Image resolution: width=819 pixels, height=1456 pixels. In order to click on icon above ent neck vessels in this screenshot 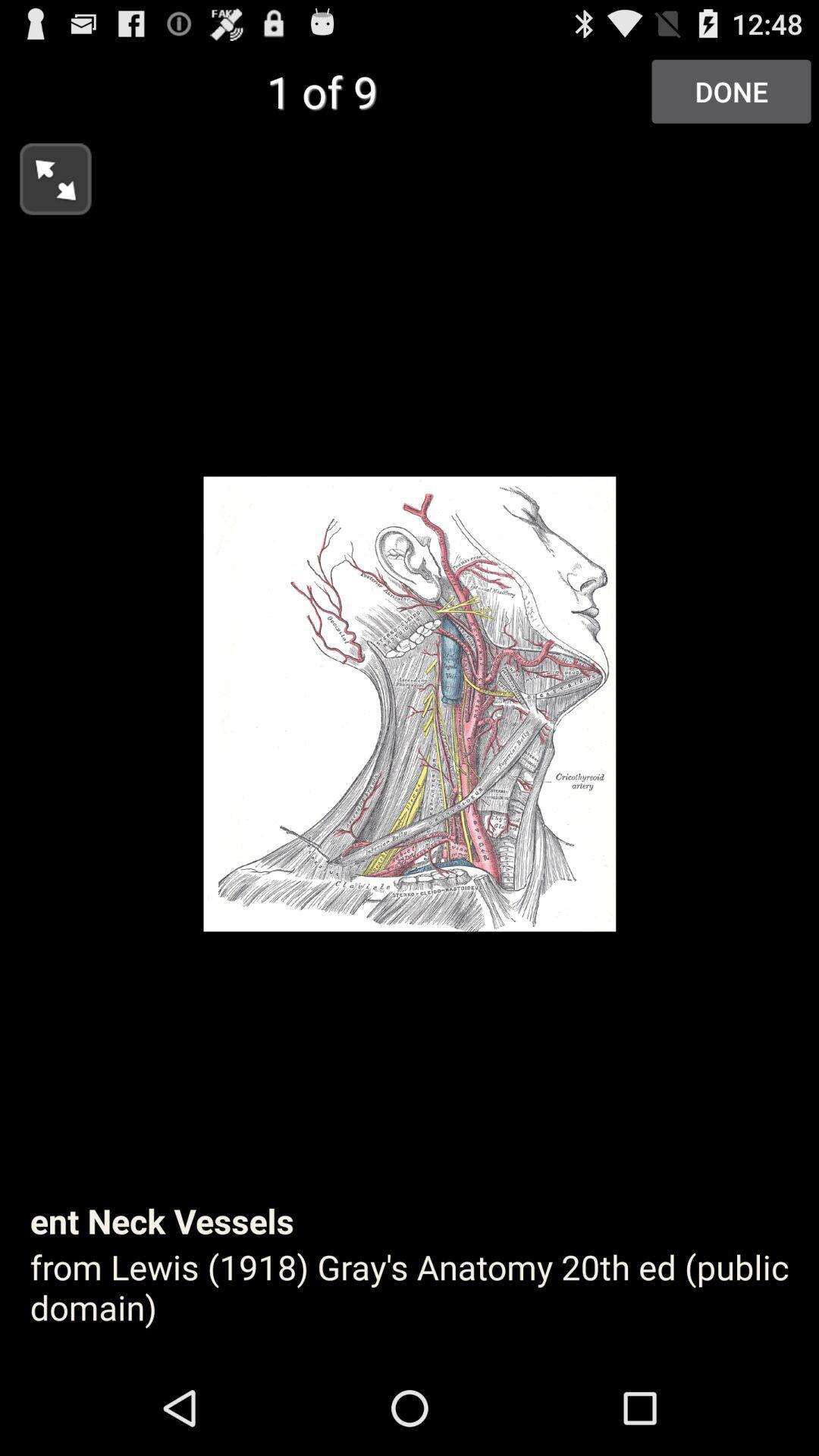, I will do `click(730, 90)`.